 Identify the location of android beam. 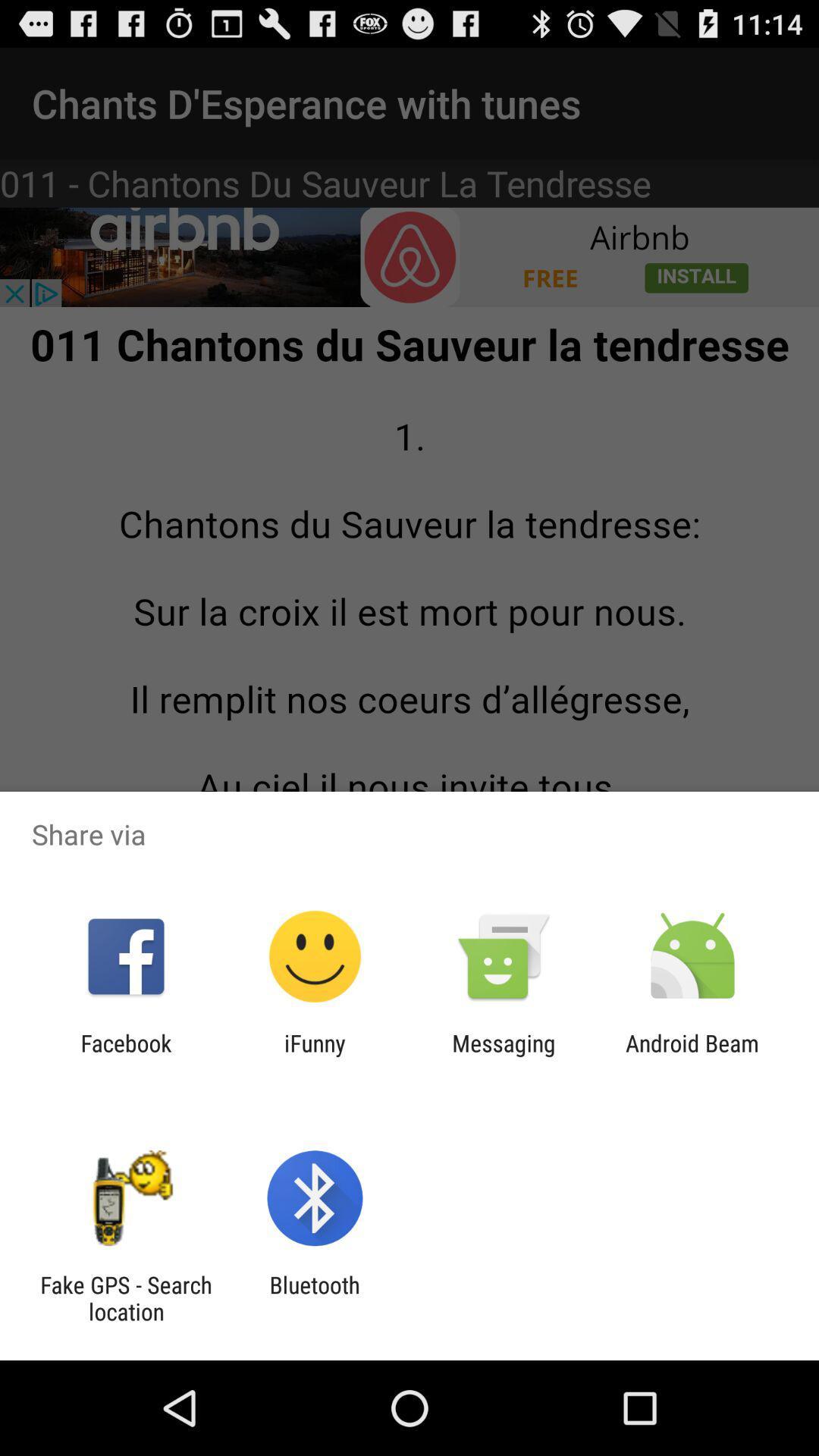
(692, 1056).